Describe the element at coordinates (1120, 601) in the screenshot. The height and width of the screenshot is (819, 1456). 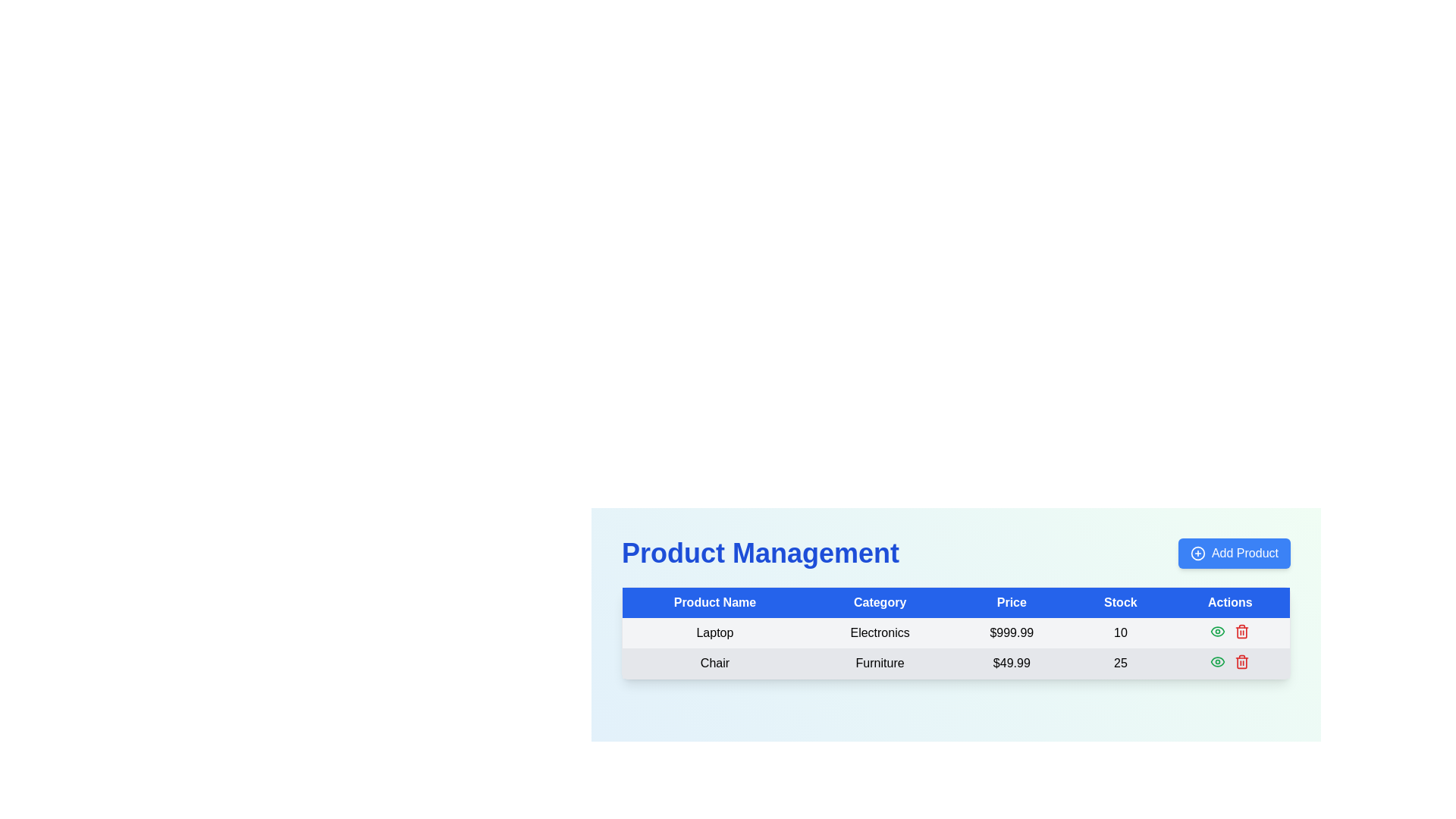
I see `the 'Stock' label, which is a rectangular label with white text on a blue background located in the fourth column of the table header` at that location.